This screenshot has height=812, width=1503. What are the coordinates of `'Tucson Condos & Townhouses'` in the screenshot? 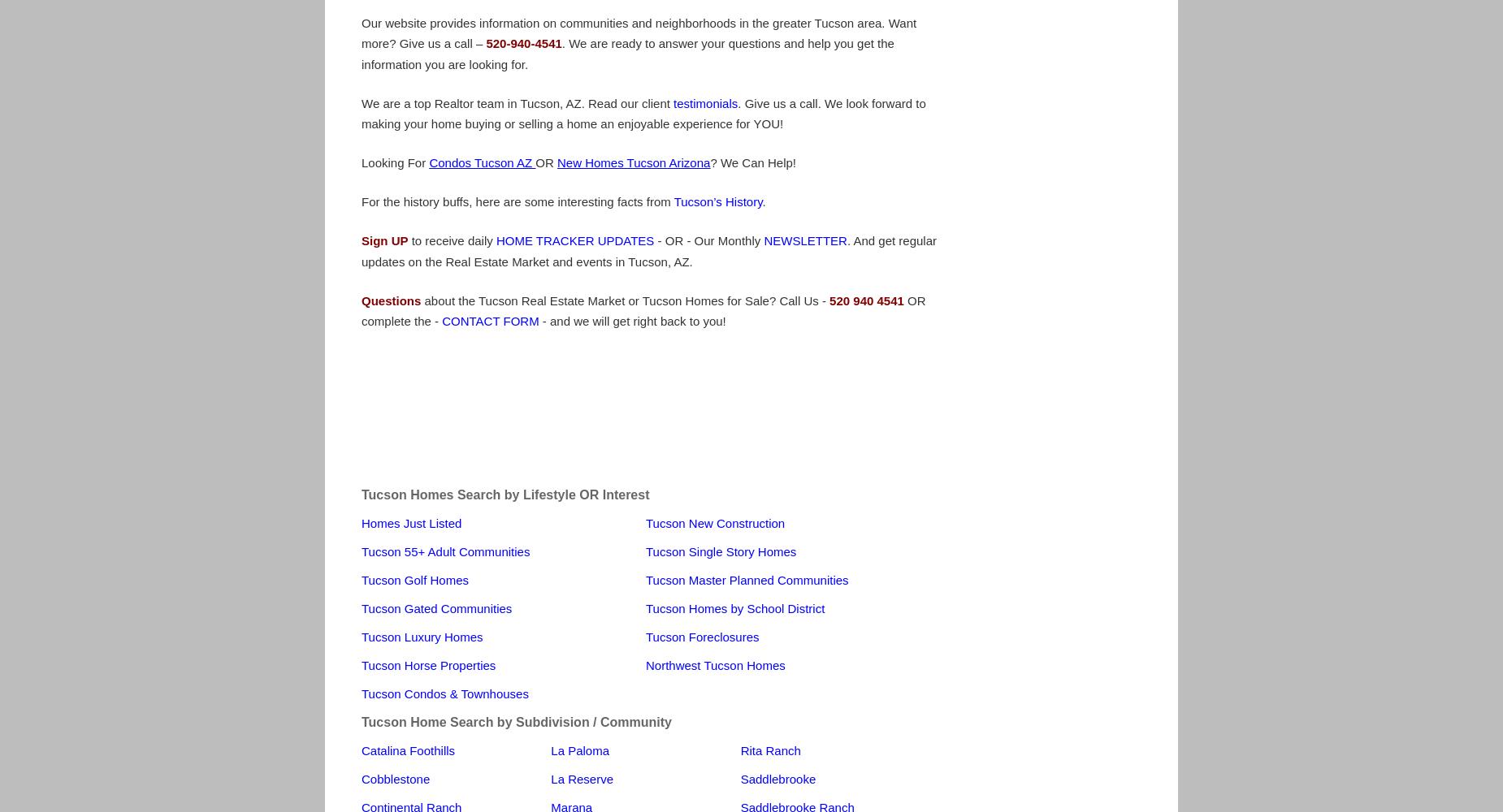 It's located at (444, 692).